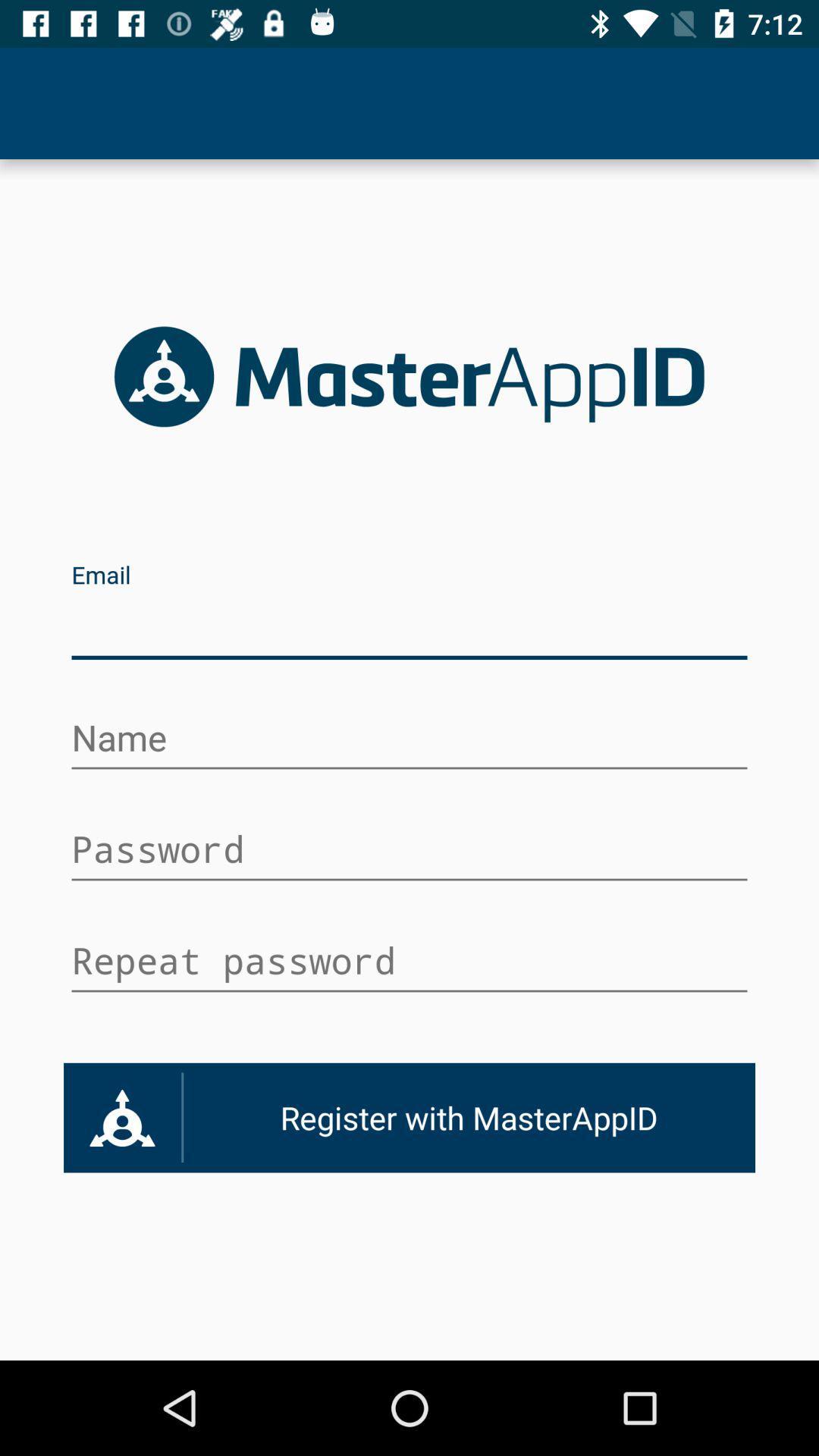  Describe the element at coordinates (409, 628) in the screenshot. I see `box of text for email` at that location.